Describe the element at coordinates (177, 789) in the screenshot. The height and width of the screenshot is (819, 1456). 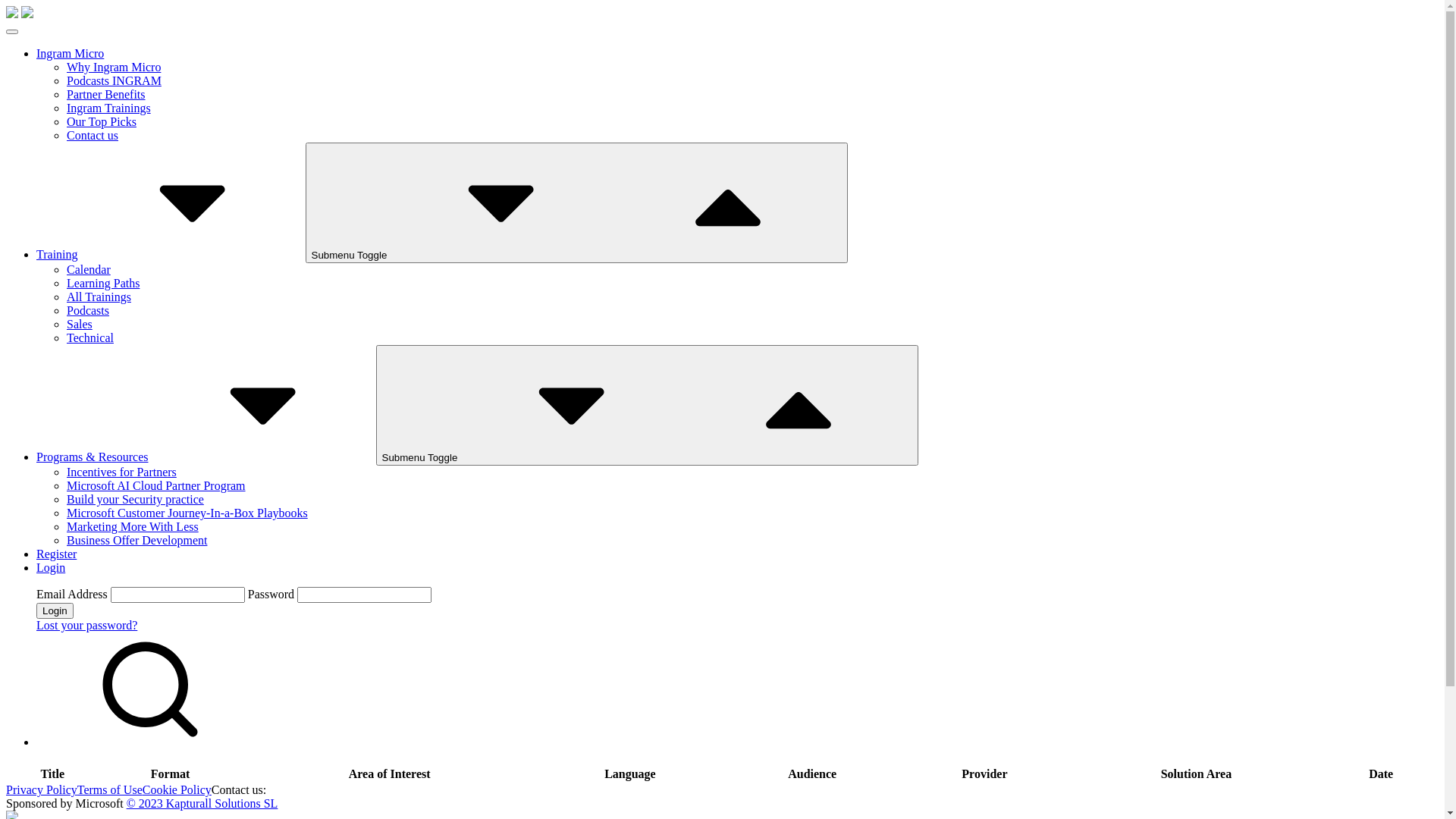
I see `'Cookie Policy'` at that location.